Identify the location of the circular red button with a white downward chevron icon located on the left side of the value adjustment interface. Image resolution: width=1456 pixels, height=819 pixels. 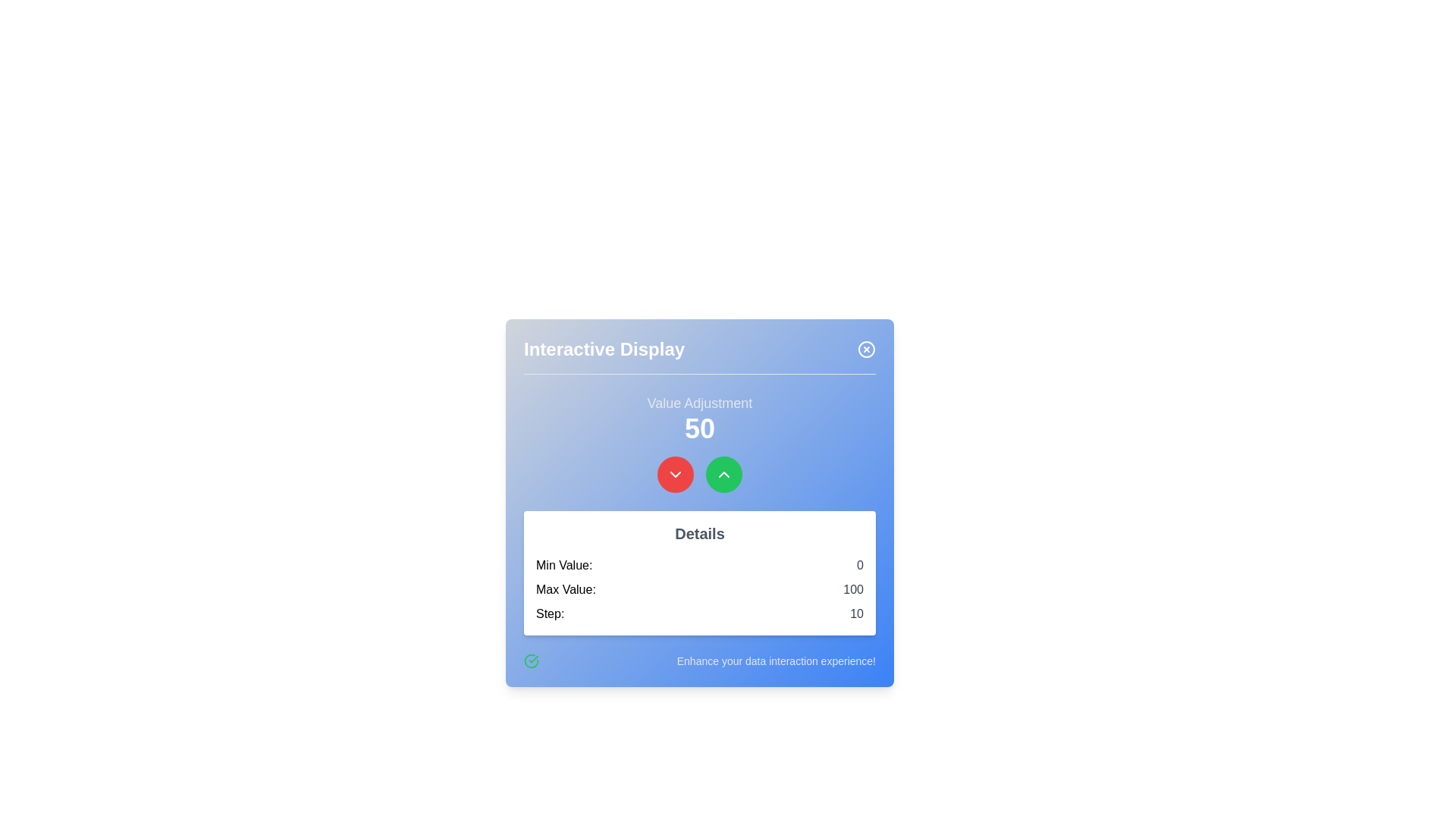
(675, 473).